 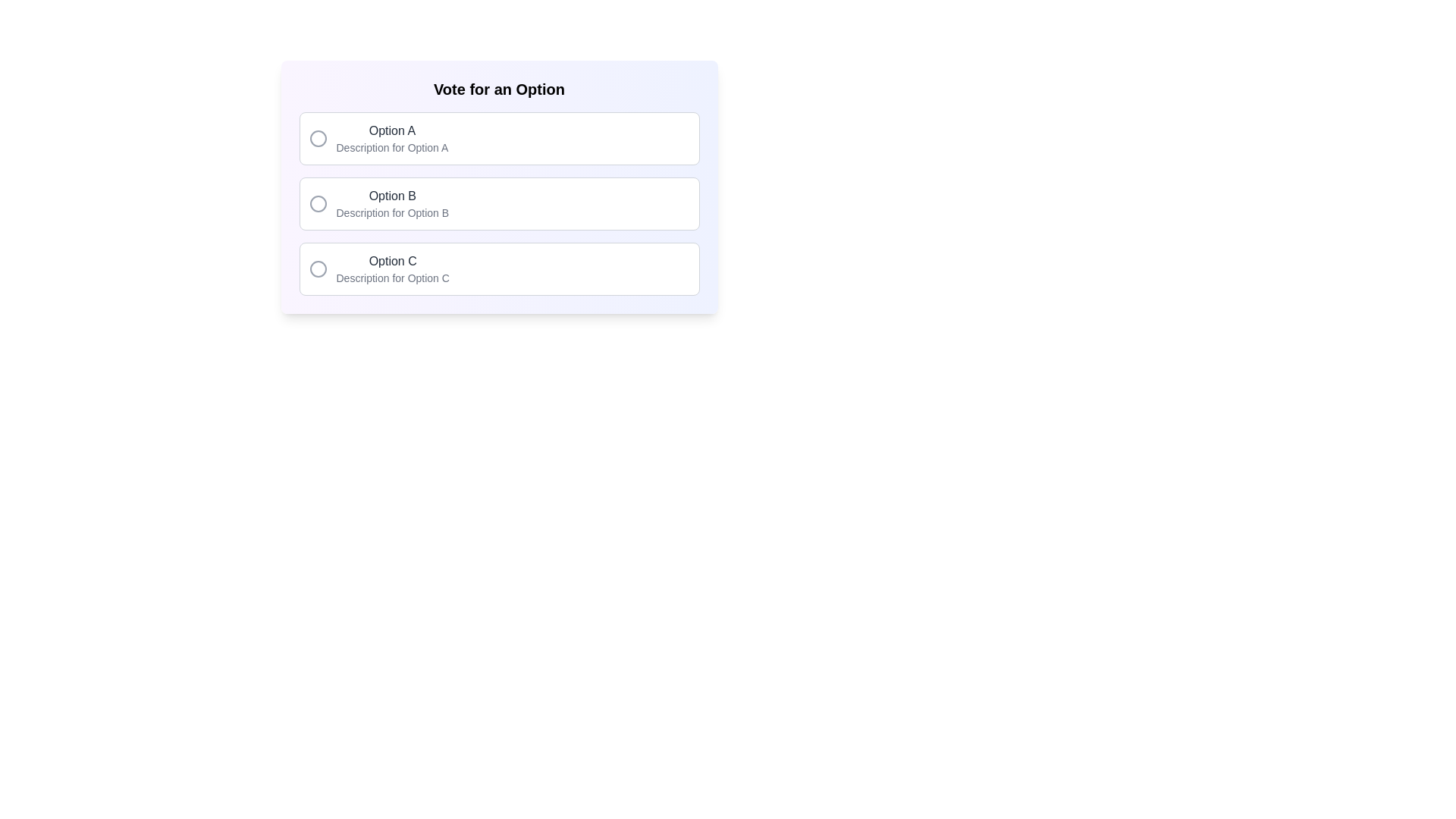 I want to click on the label for the third selectable option in the list of radio buttons, located below 'Option B', so click(x=393, y=260).